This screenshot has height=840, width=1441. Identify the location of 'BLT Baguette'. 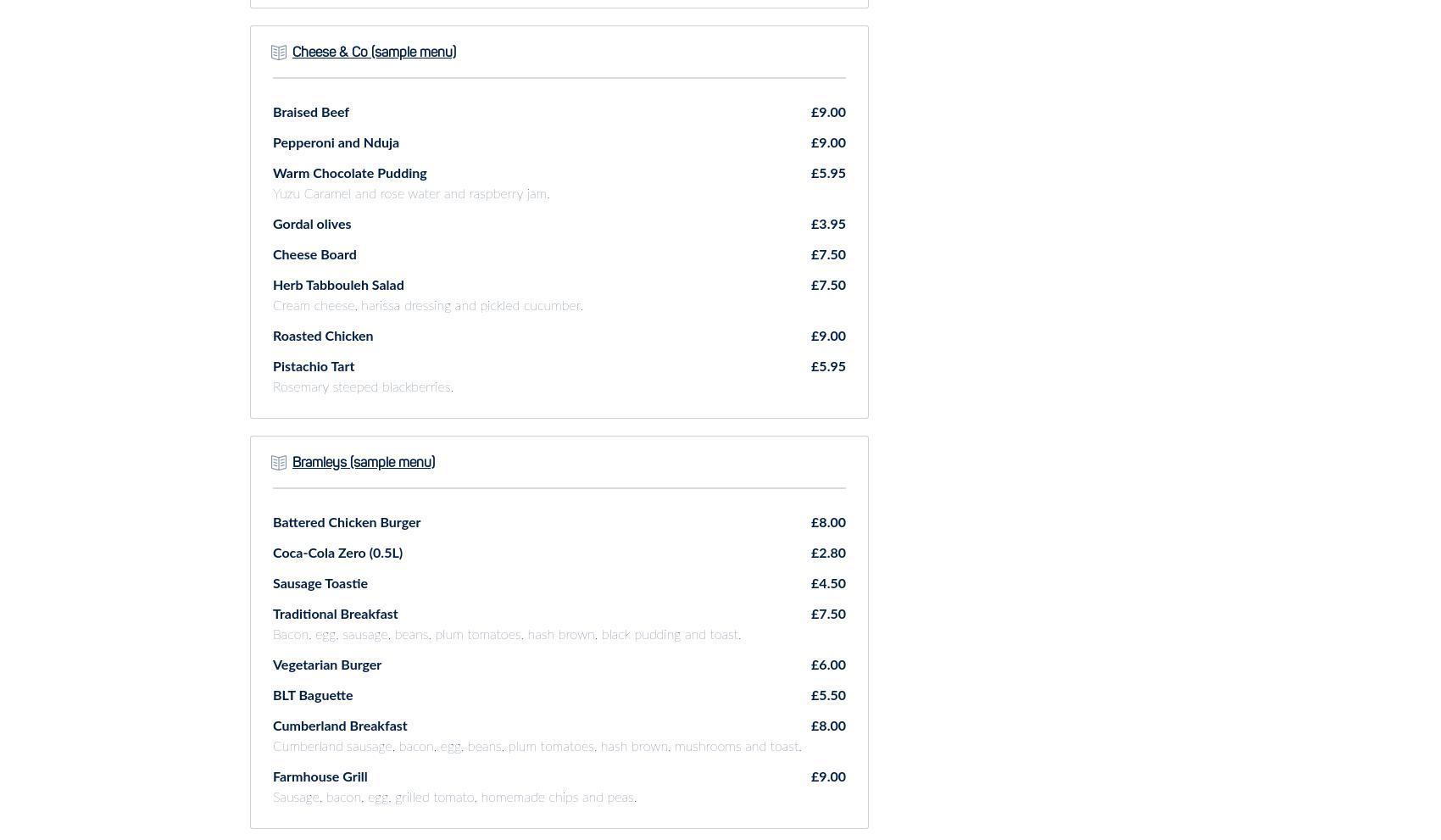
(312, 693).